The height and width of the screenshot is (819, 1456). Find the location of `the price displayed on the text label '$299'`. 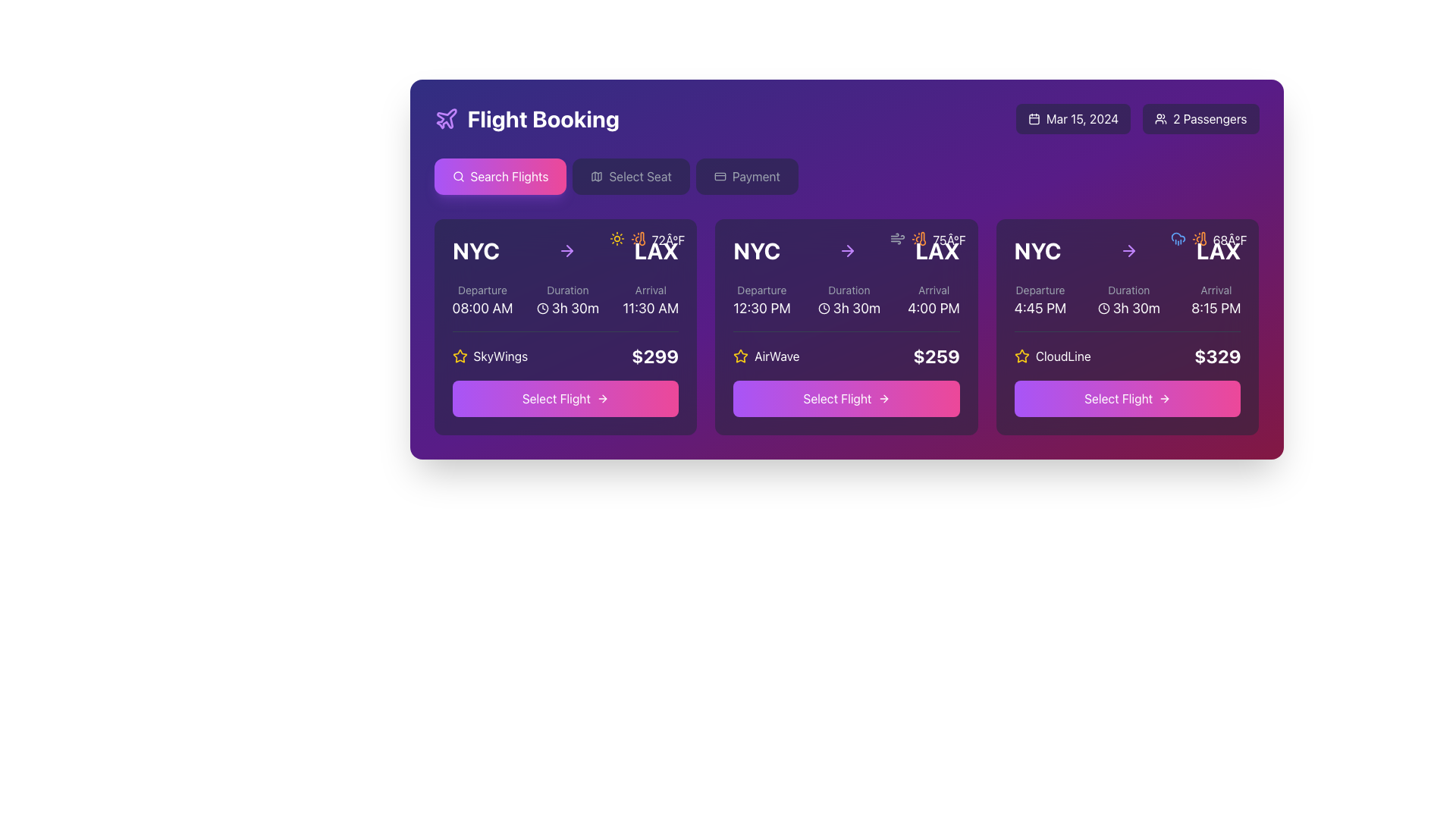

the price displayed on the text label '$299' is located at coordinates (655, 356).